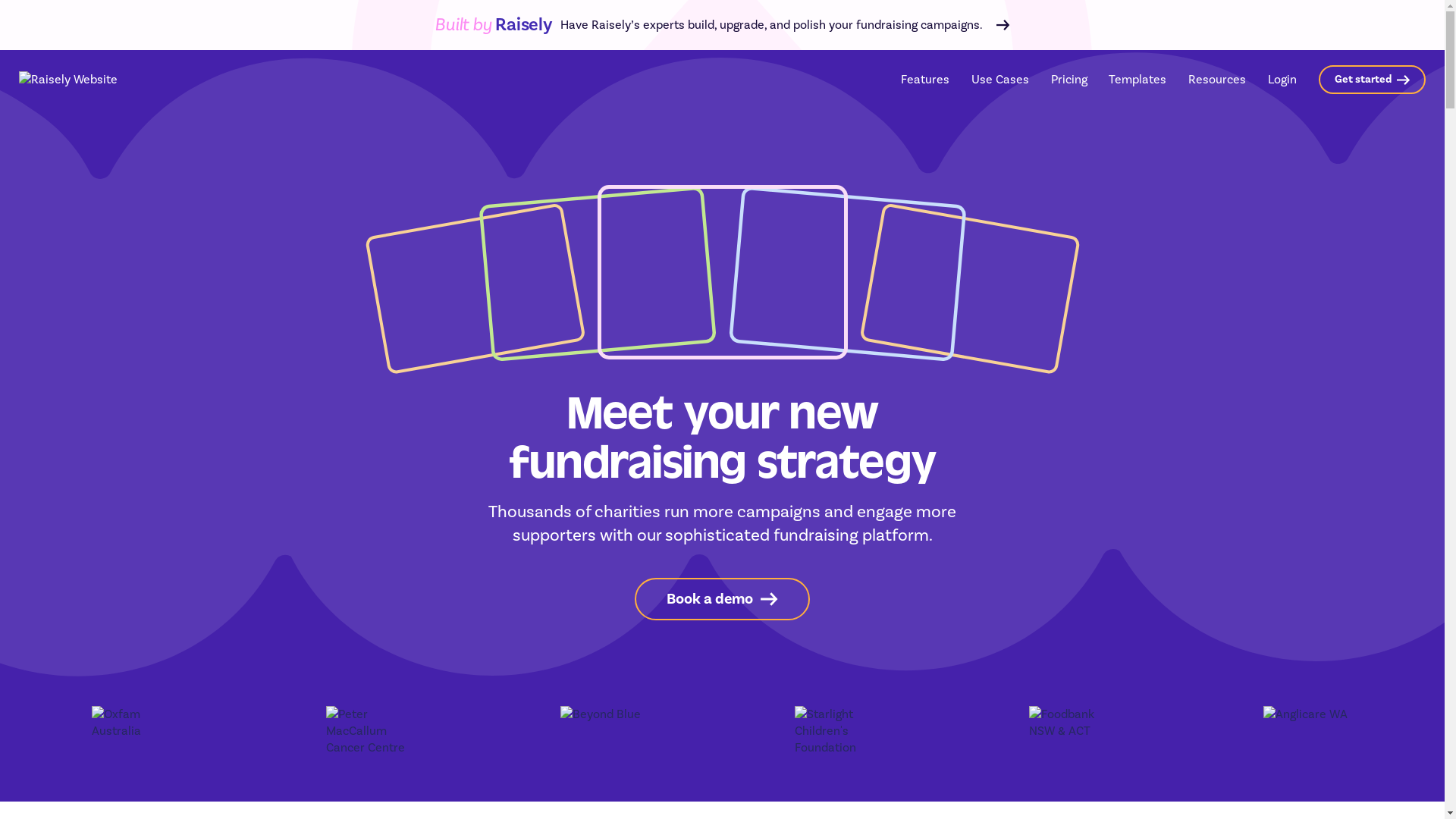  What do you see at coordinates (924, 79) in the screenshot?
I see `'Features'` at bounding box center [924, 79].